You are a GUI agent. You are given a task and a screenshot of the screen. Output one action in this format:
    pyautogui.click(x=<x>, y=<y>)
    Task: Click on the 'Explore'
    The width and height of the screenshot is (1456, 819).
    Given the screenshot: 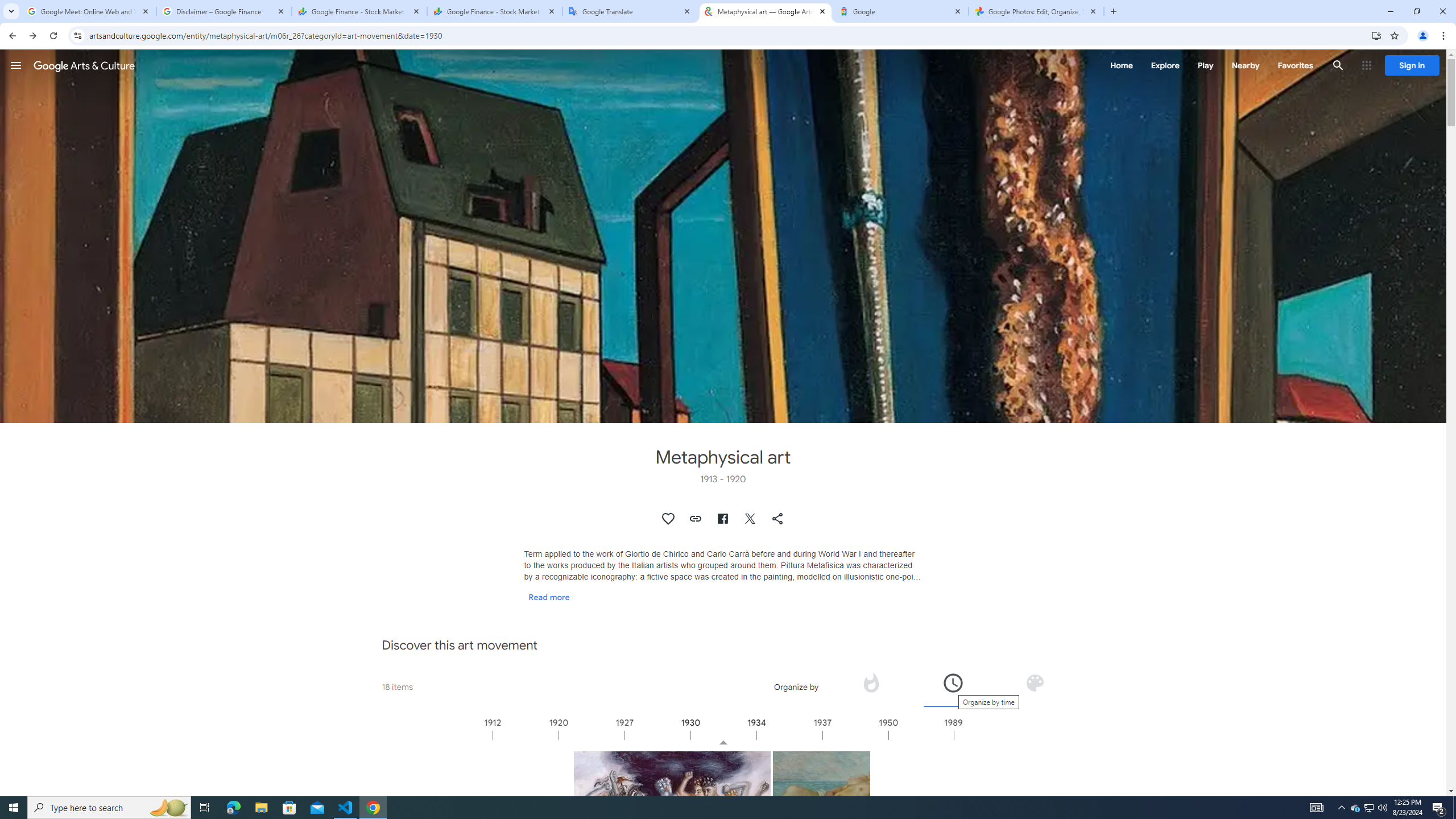 What is the action you would take?
    pyautogui.click(x=1164, y=65)
    